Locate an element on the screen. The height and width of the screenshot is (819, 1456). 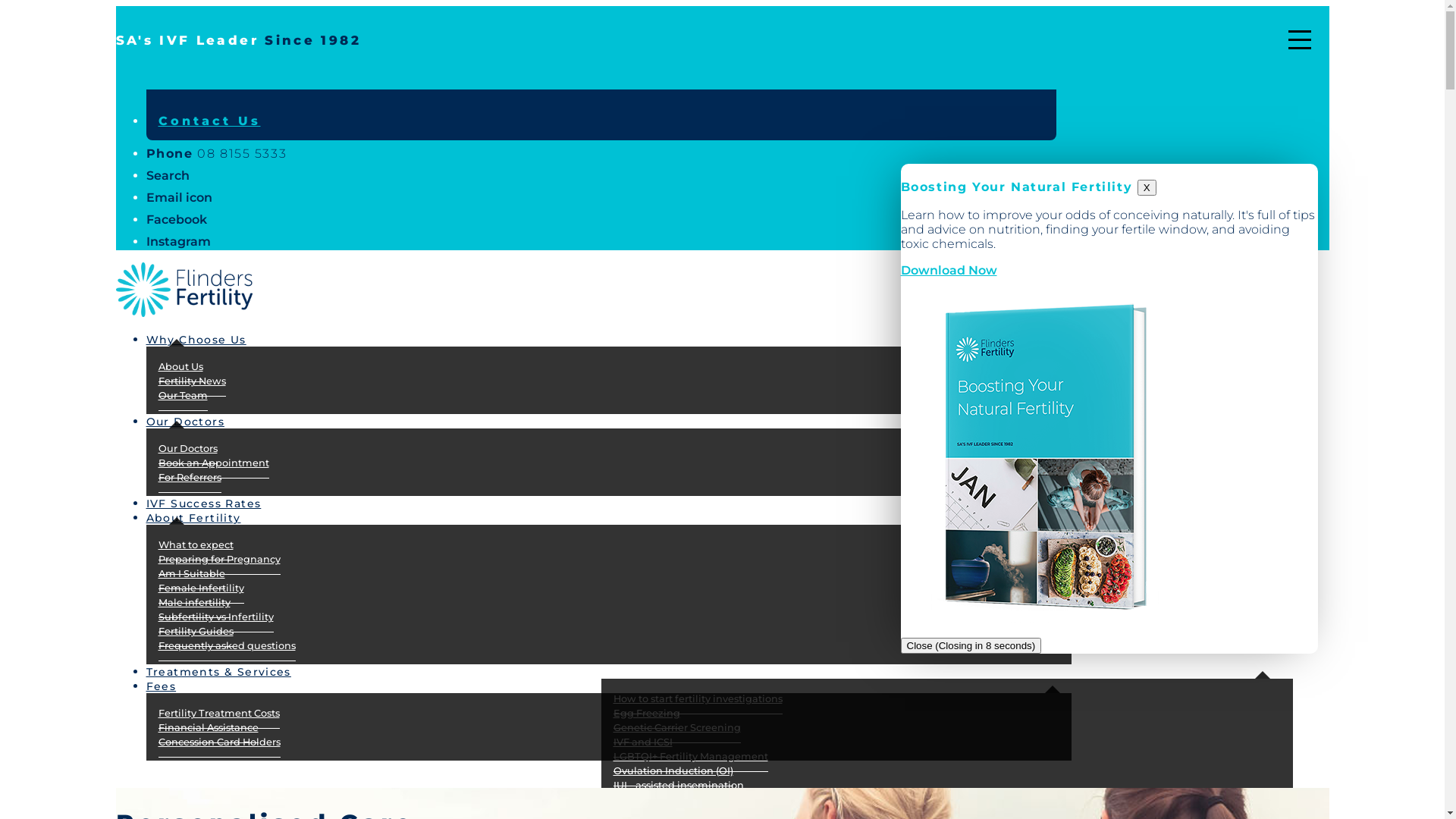
'Fertility Treatment Costs' is located at coordinates (218, 714).